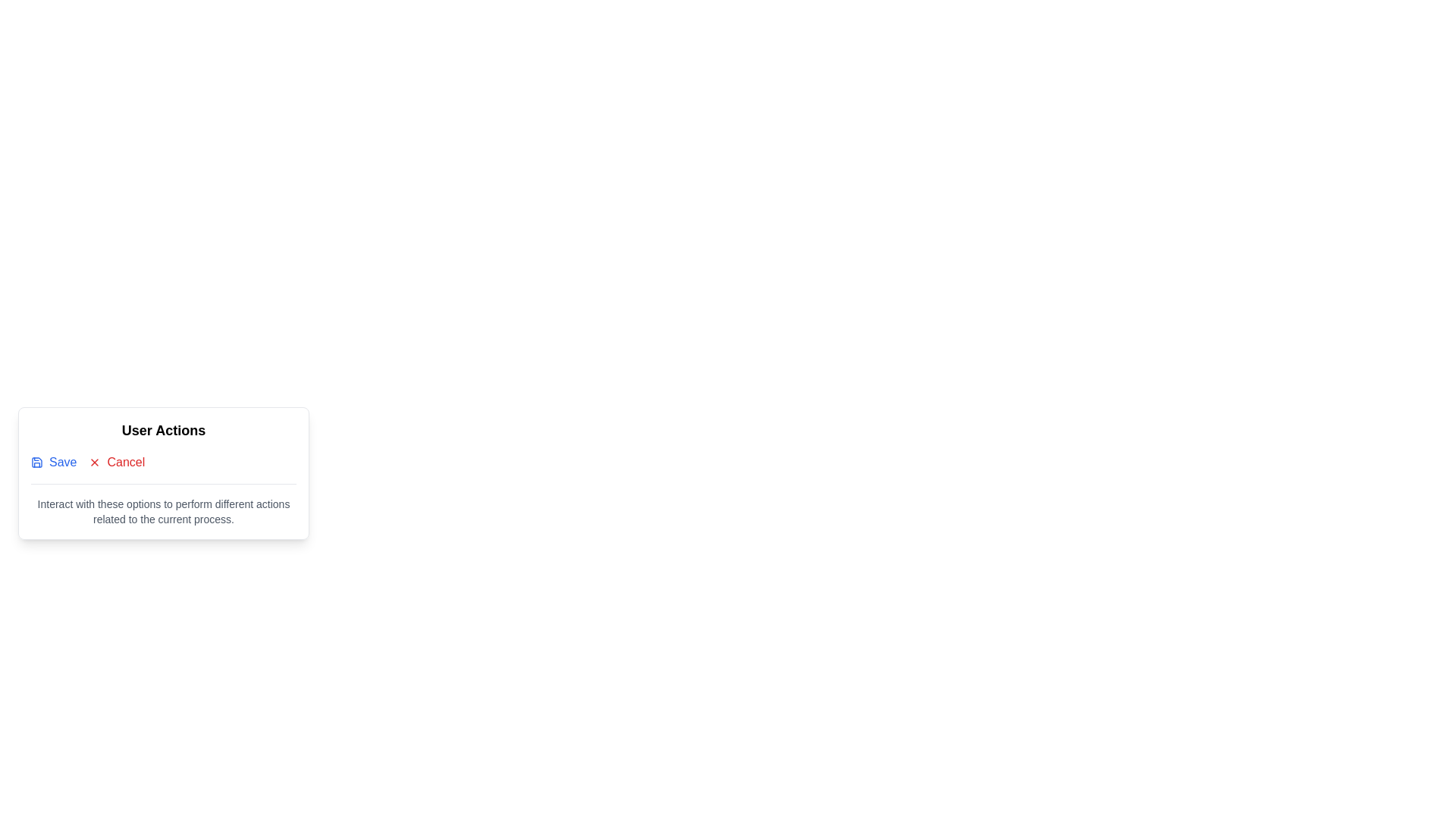 This screenshot has width=1456, height=819. Describe the element at coordinates (116, 461) in the screenshot. I see `the cancel button located to the right of the 'Save' button in the 'User Actions' group` at that location.